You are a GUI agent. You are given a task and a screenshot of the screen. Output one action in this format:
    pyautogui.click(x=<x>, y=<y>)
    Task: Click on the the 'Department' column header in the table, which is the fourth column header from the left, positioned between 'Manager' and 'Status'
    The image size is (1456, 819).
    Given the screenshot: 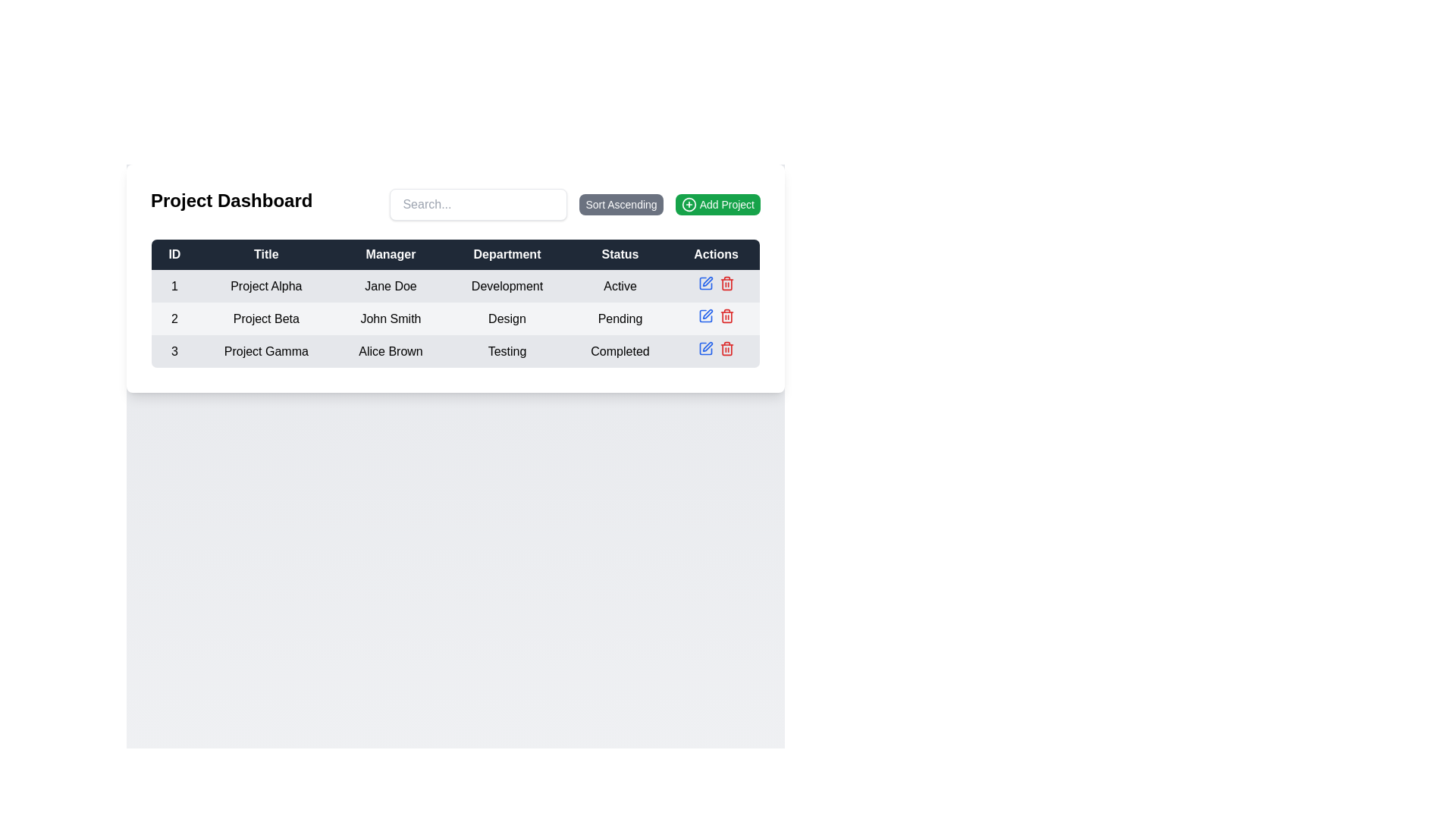 What is the action you would take?
    pyautogui.click(x=507, y=253)
    